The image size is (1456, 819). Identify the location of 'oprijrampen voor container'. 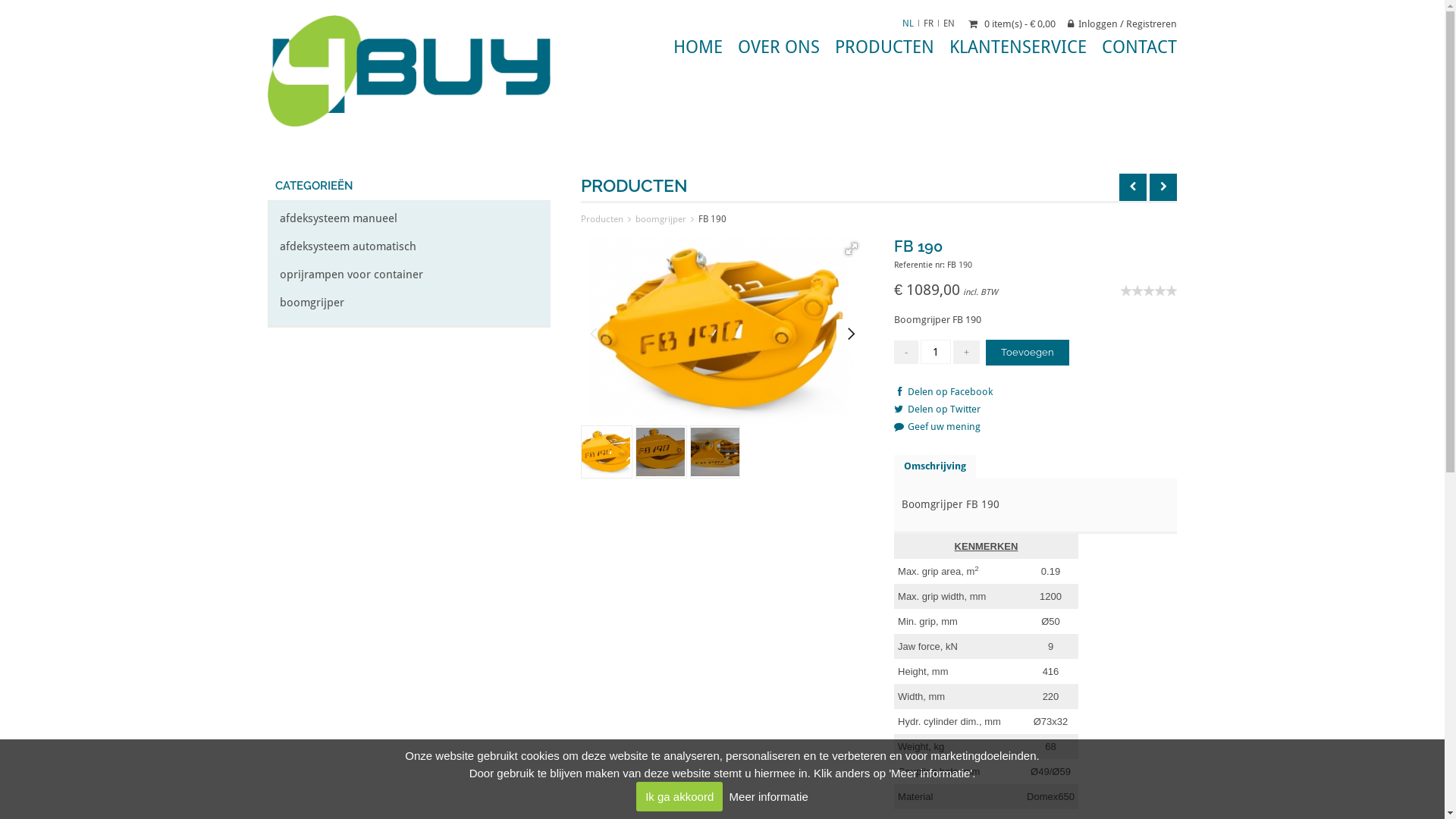
(351, 277).